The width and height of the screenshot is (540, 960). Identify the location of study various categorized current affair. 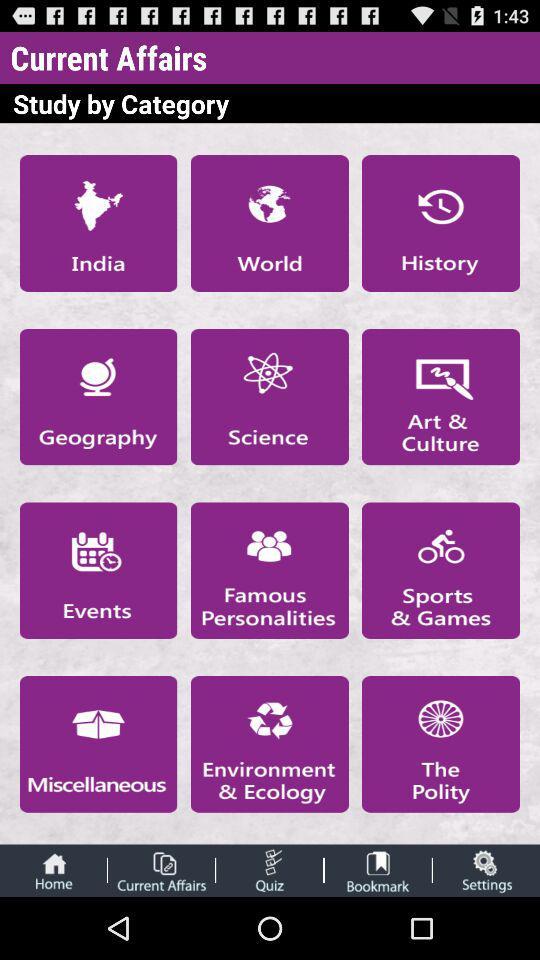
(160, 869).